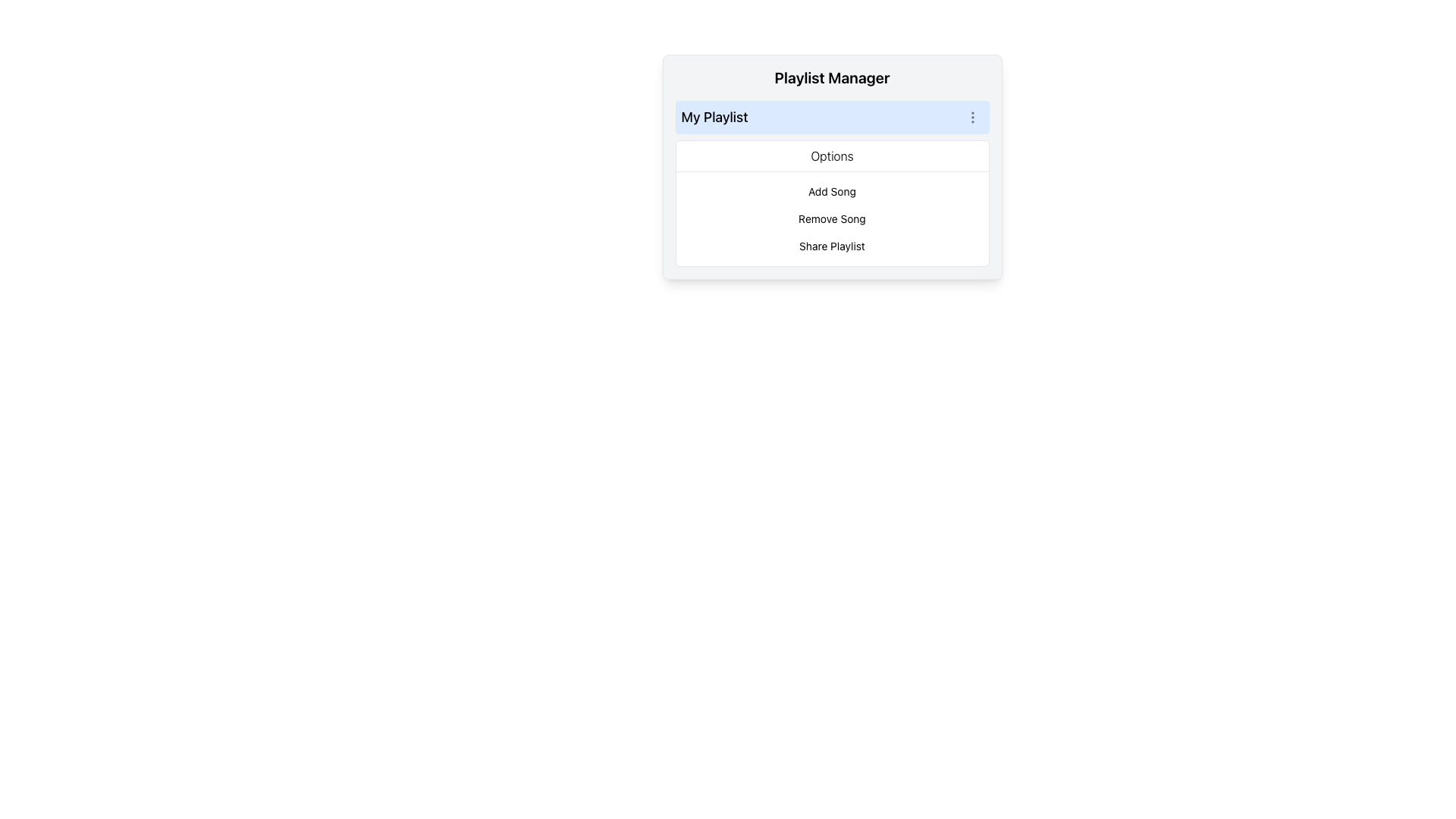  I want to click on the interactive options in the playlist management list located below the 'Options' section of the 'Playlist Manager' interface, so click(831, 183).